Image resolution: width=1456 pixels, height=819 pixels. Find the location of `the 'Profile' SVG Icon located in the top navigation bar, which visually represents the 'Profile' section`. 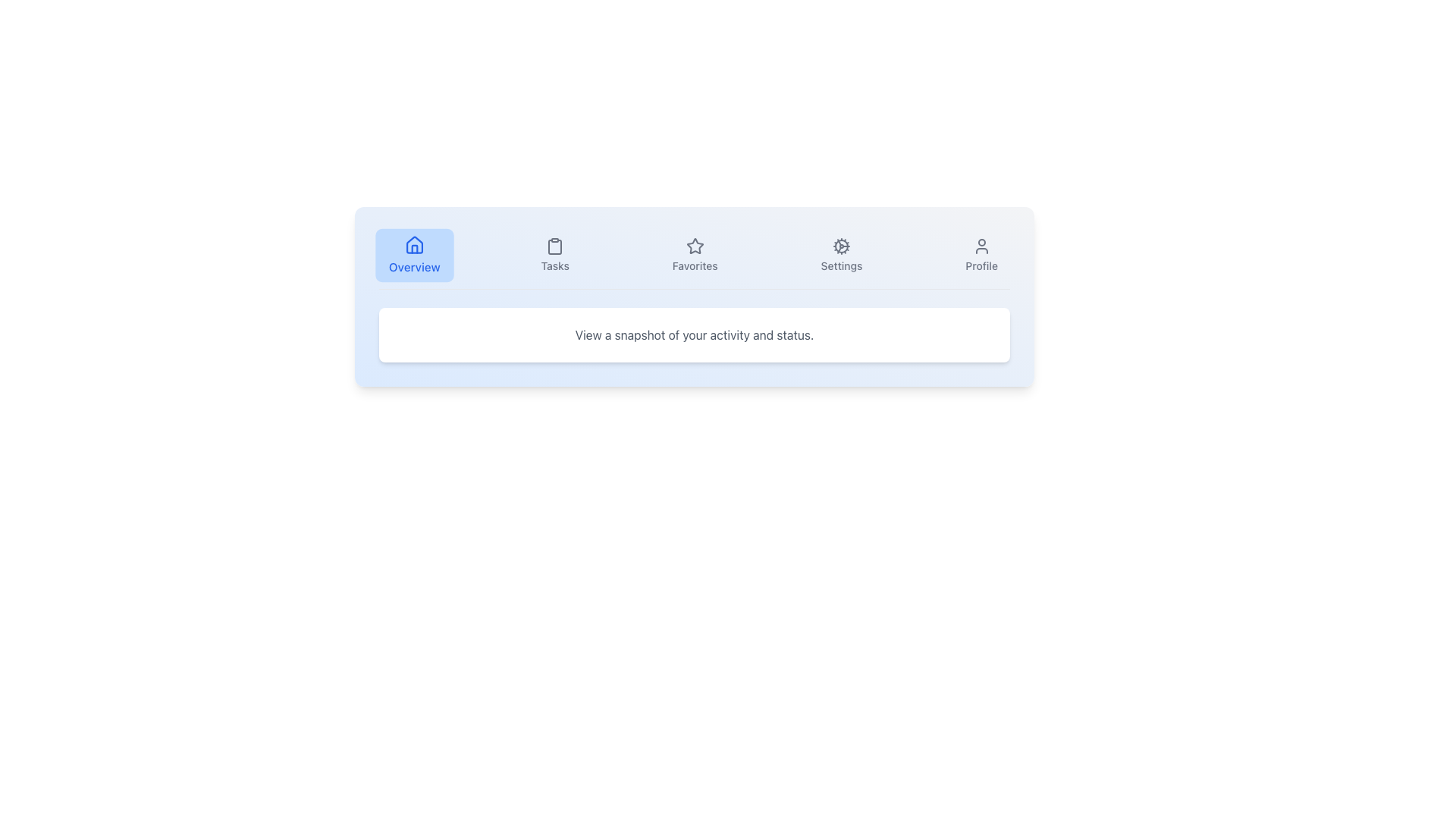

the 'Profile' SVG Icon located in the top navigation bar, which visually represents the 'Profile' section is located at coordinates (981, 245).